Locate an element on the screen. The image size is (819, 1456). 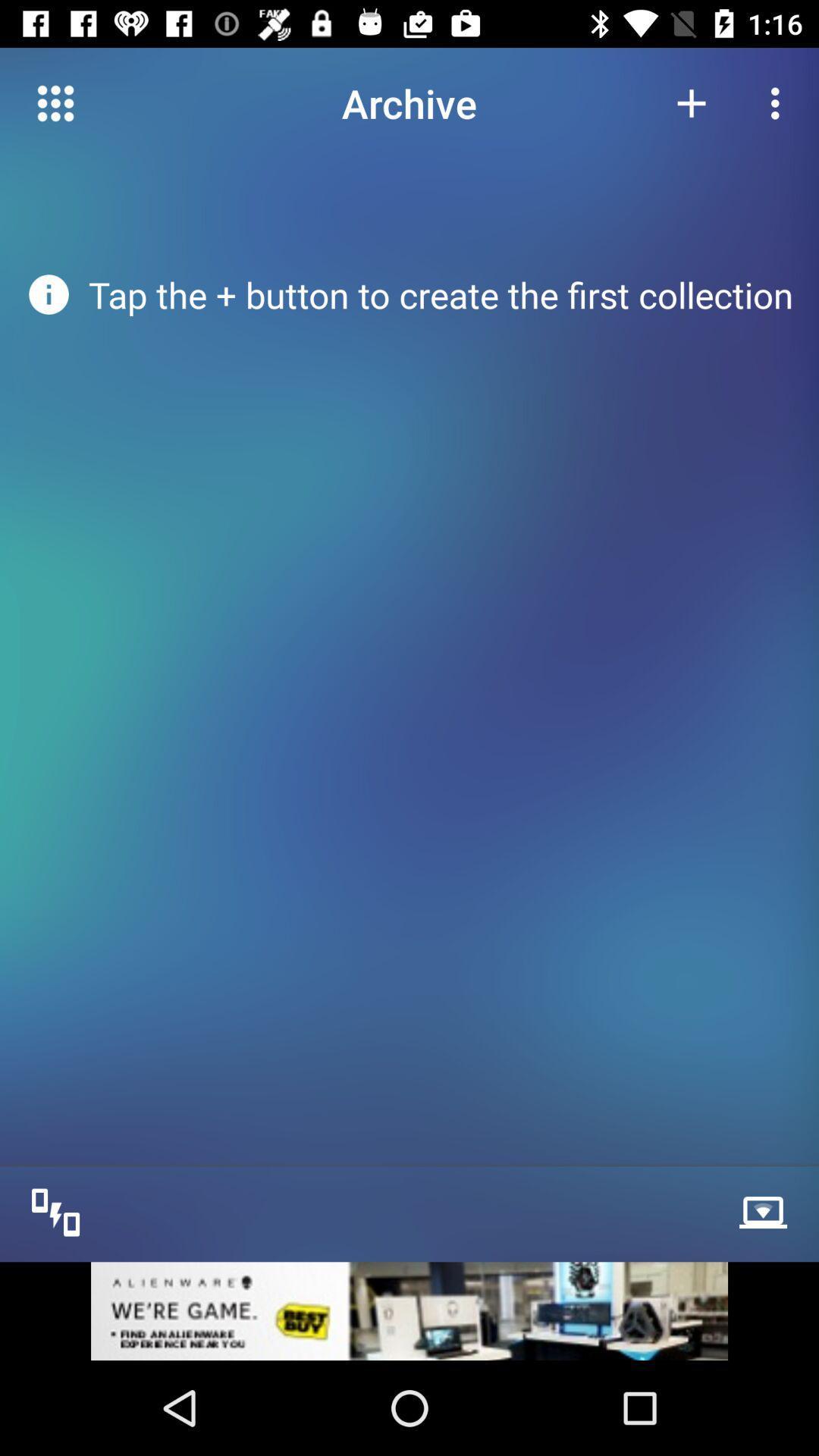
the advertisement is located at coordinates (409, 1310).